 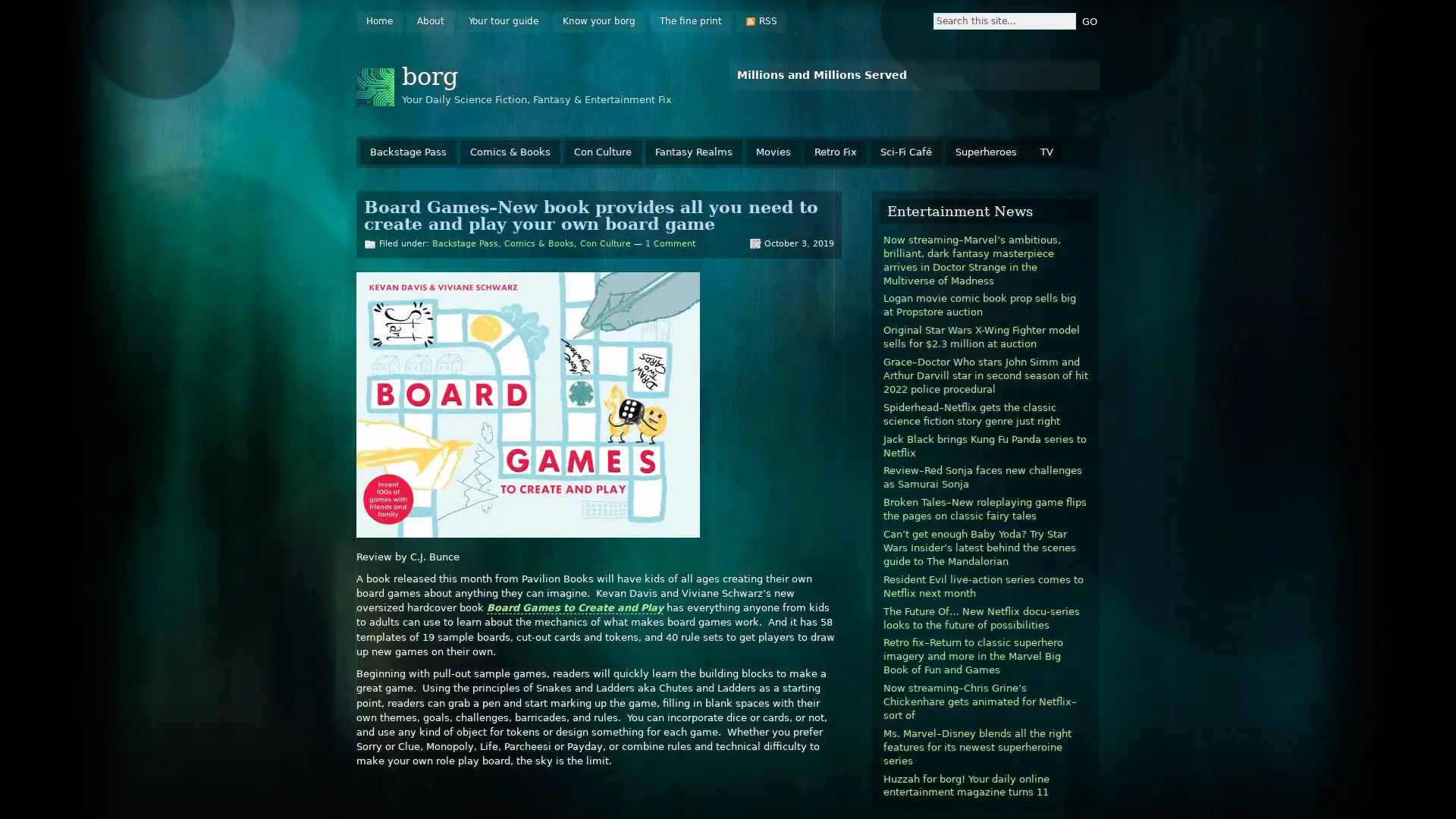 I want to click on GO, so click(x=1088, y=20).